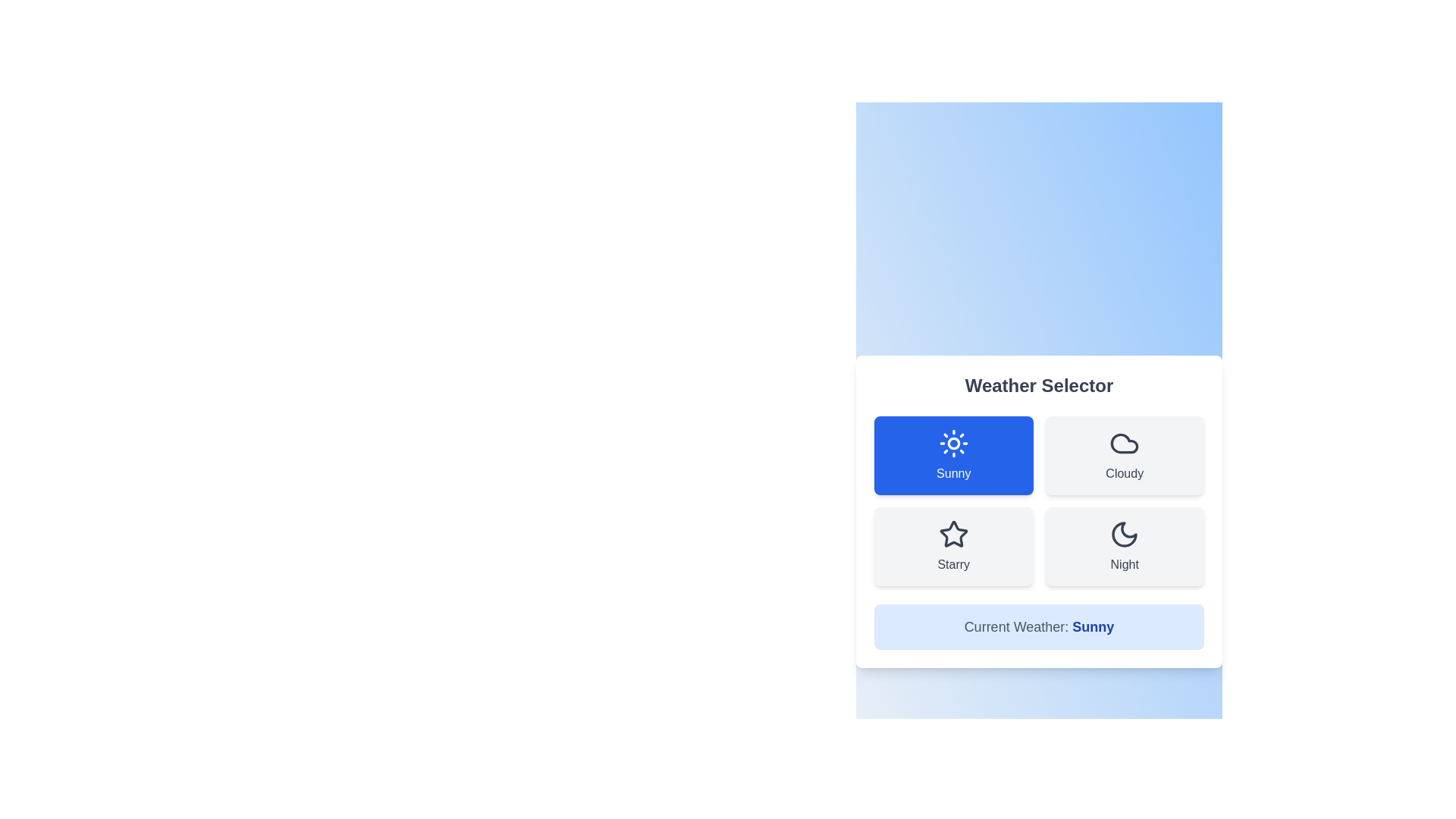 This screenshot has width=1456, height=819. Describe the element at coordinates (1125, 455) in the screenshot. I see `the button labeled Cloudy to select it` at that location.